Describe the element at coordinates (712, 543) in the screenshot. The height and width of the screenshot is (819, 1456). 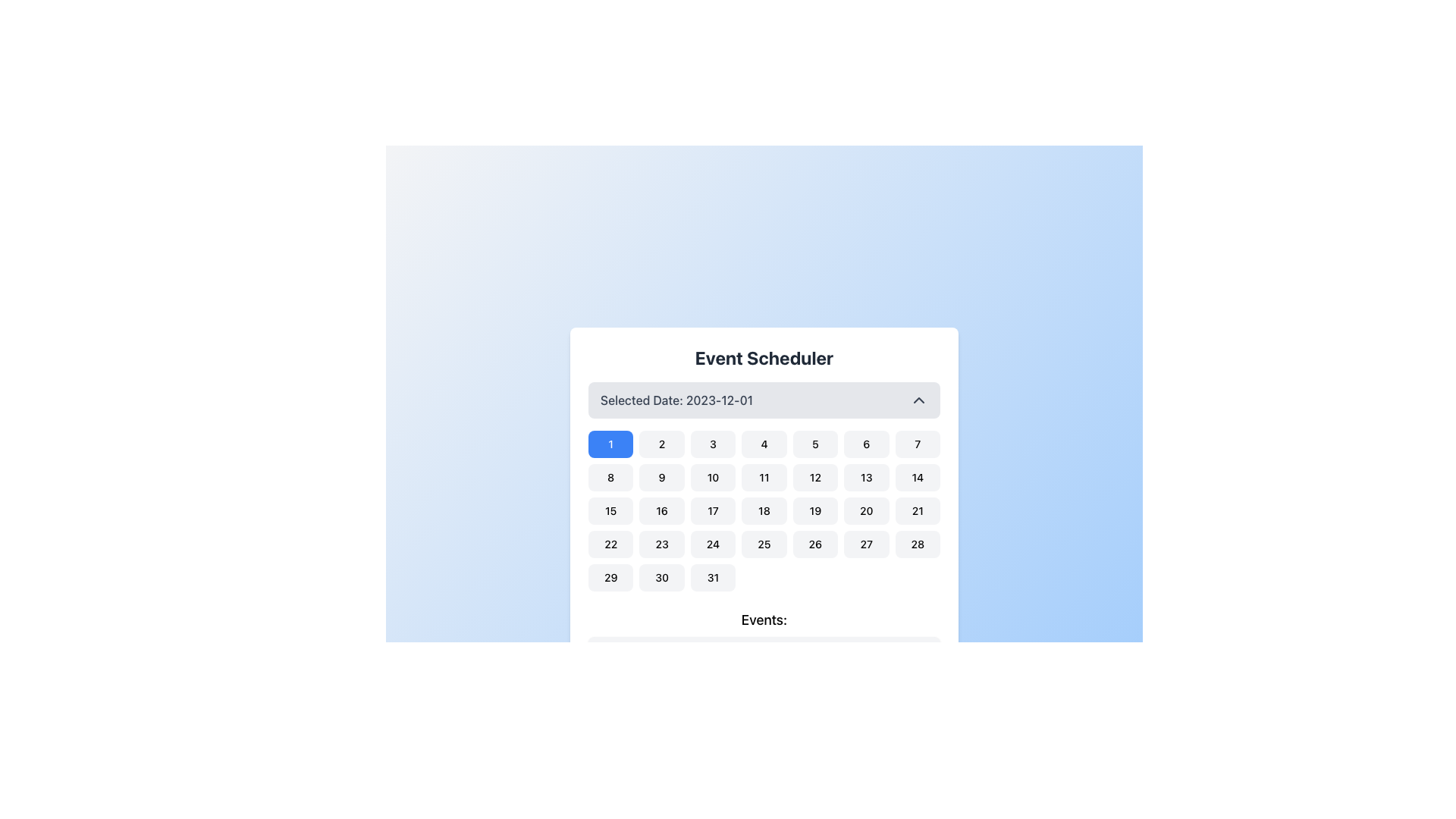
I see `the button representing the 24th day in the calendar to change its background color` at that location.